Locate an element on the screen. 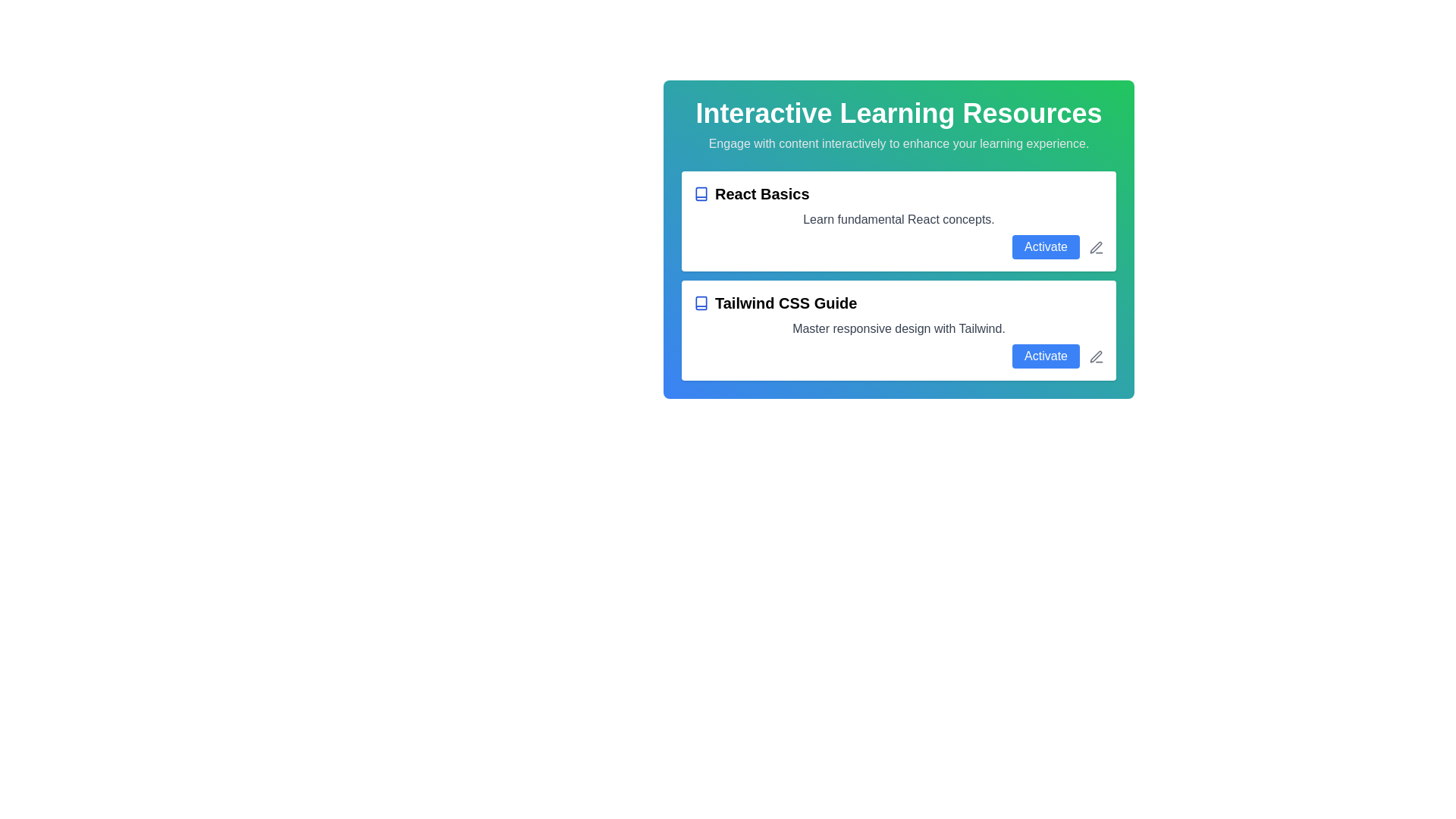  the text displaying 'Learn fundamental React concepts.' which is located below the title 'React Basics' is located at coordinates (899, 219).